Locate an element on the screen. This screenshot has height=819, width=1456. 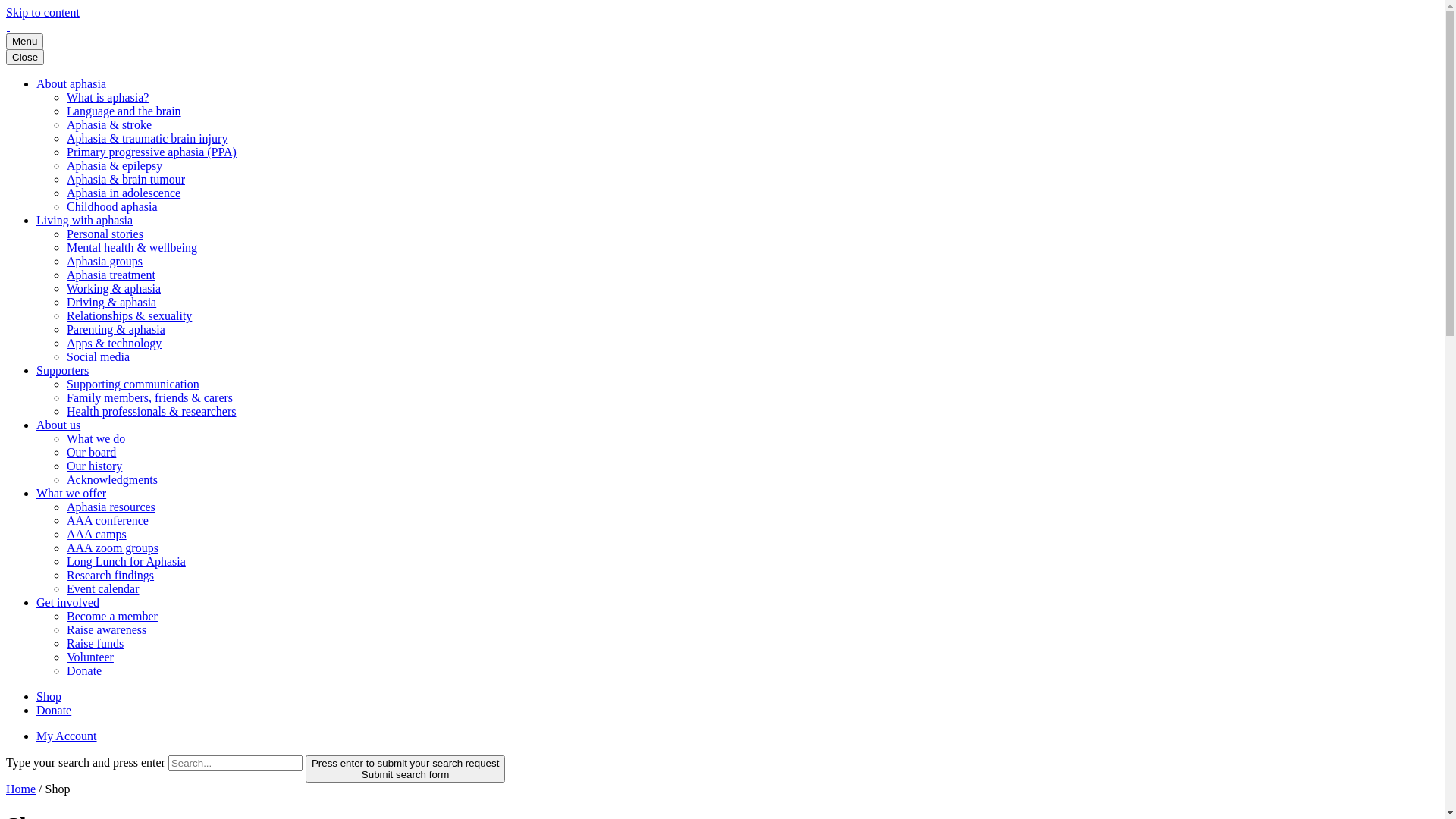
'Driving & aphasia' is located at coordinates (111, 302).